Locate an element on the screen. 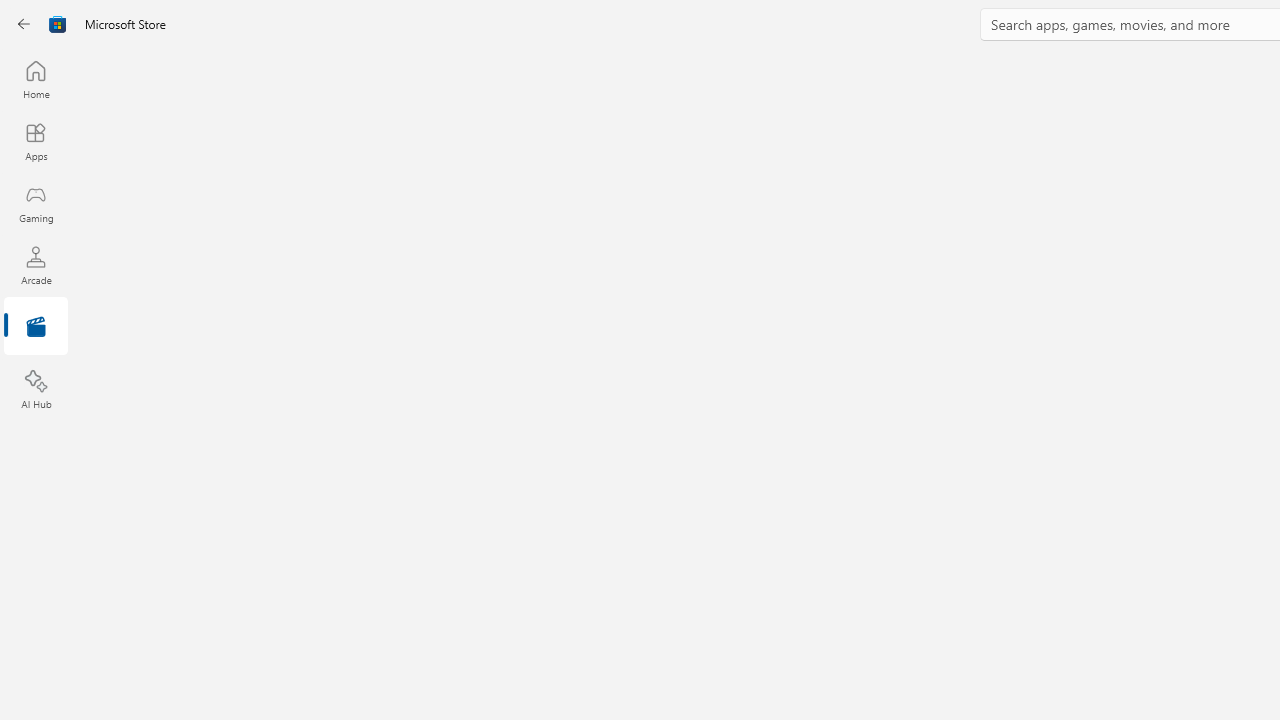 This screenshot has width=1280, height=720. 'Entertainment' is located at coordinates (35, 326).